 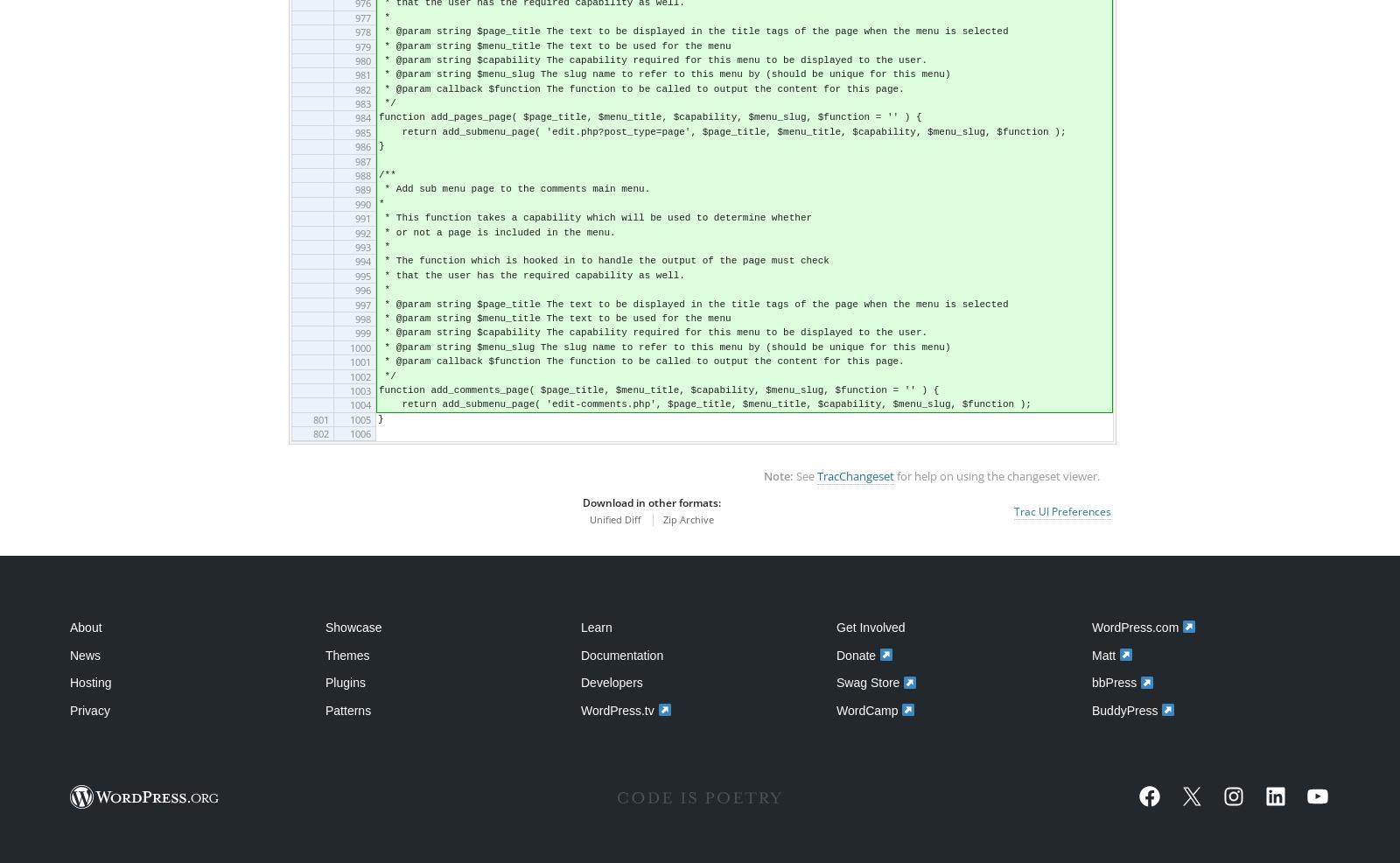 I want to click on '992', so click(x=353, y=232).